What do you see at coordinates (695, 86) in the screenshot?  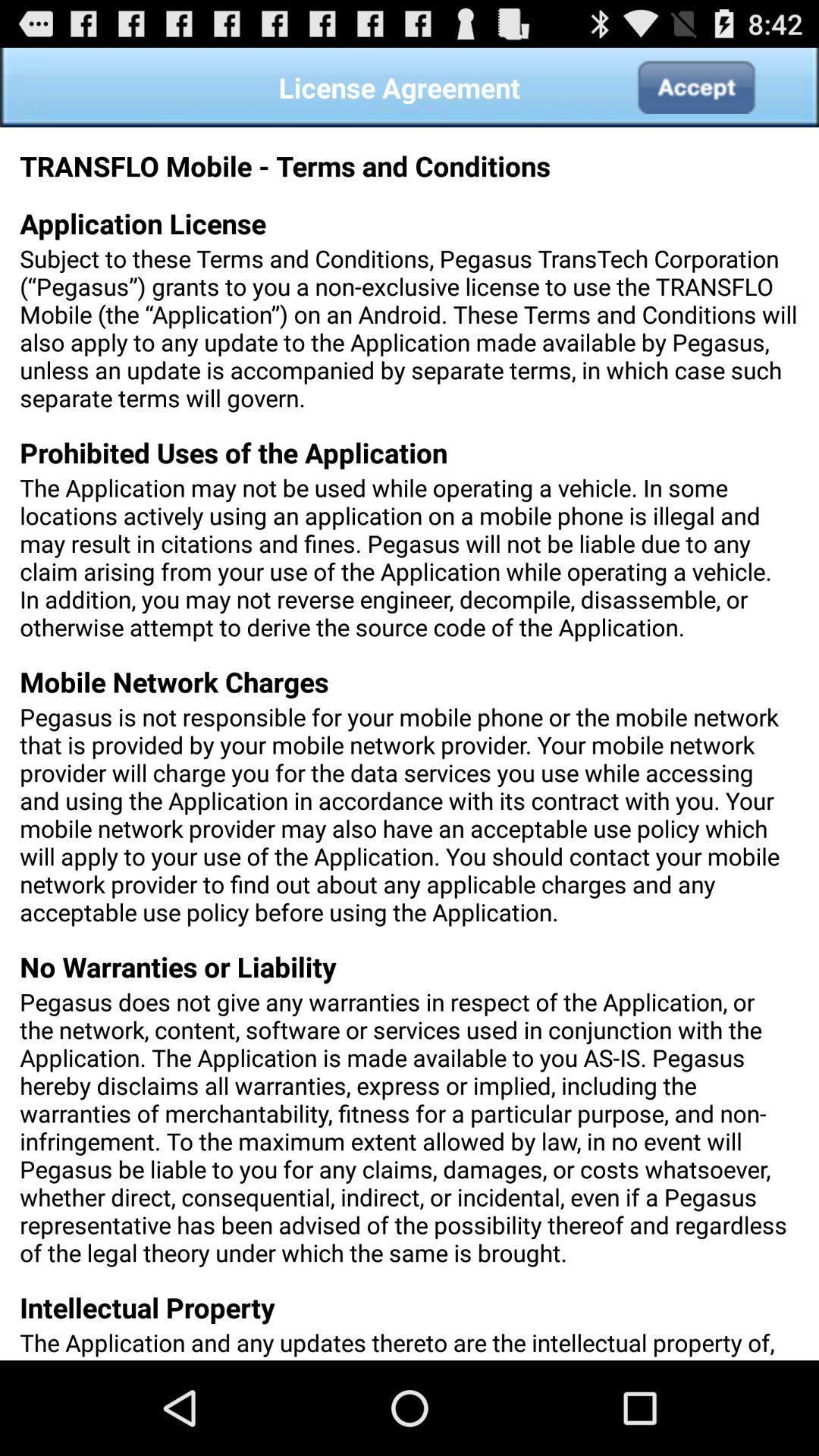 I see `icon at the top right corner` at bounding box center [695, 86].